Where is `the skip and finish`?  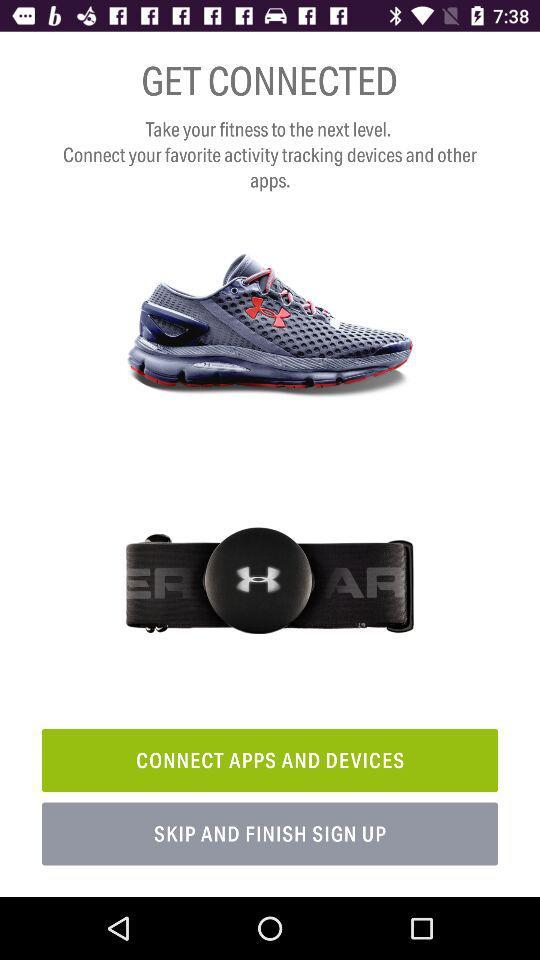 the skip and finish is located at coordinates (270, 834).